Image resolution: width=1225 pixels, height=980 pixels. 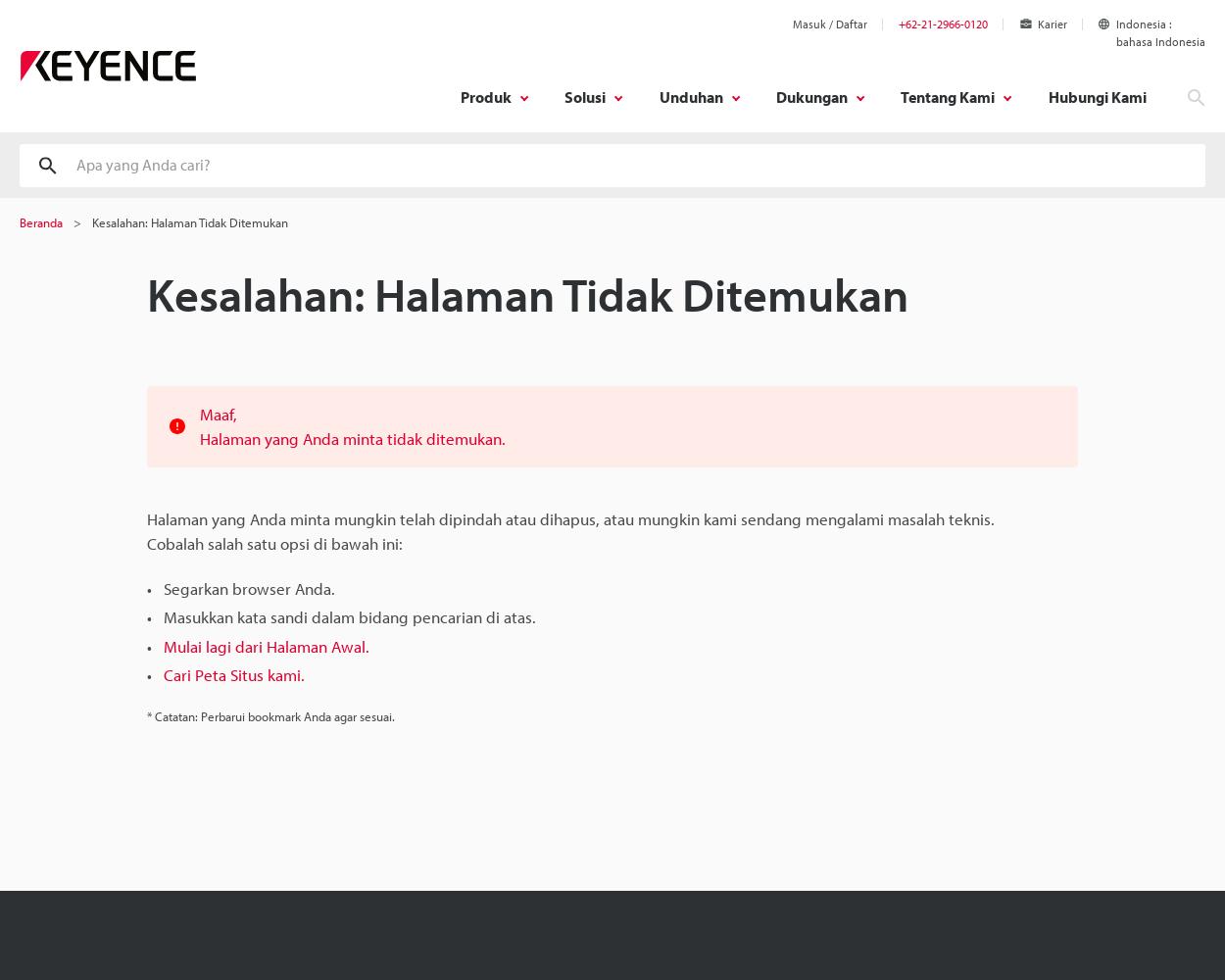 I want to click on 'Cari Peta Situs kami.', so click(x=233, y=674).